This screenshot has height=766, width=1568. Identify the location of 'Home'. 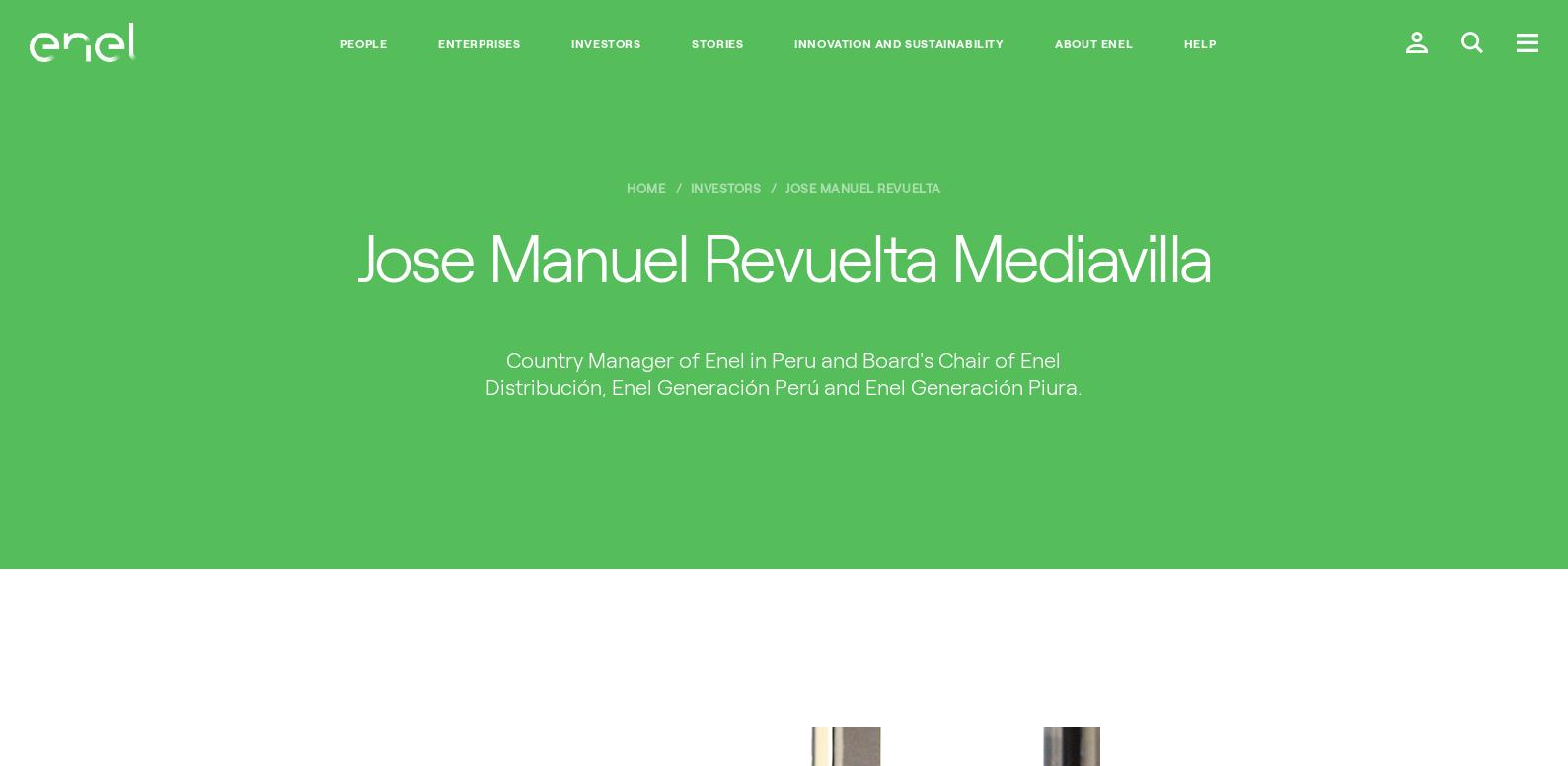
(625, 188).